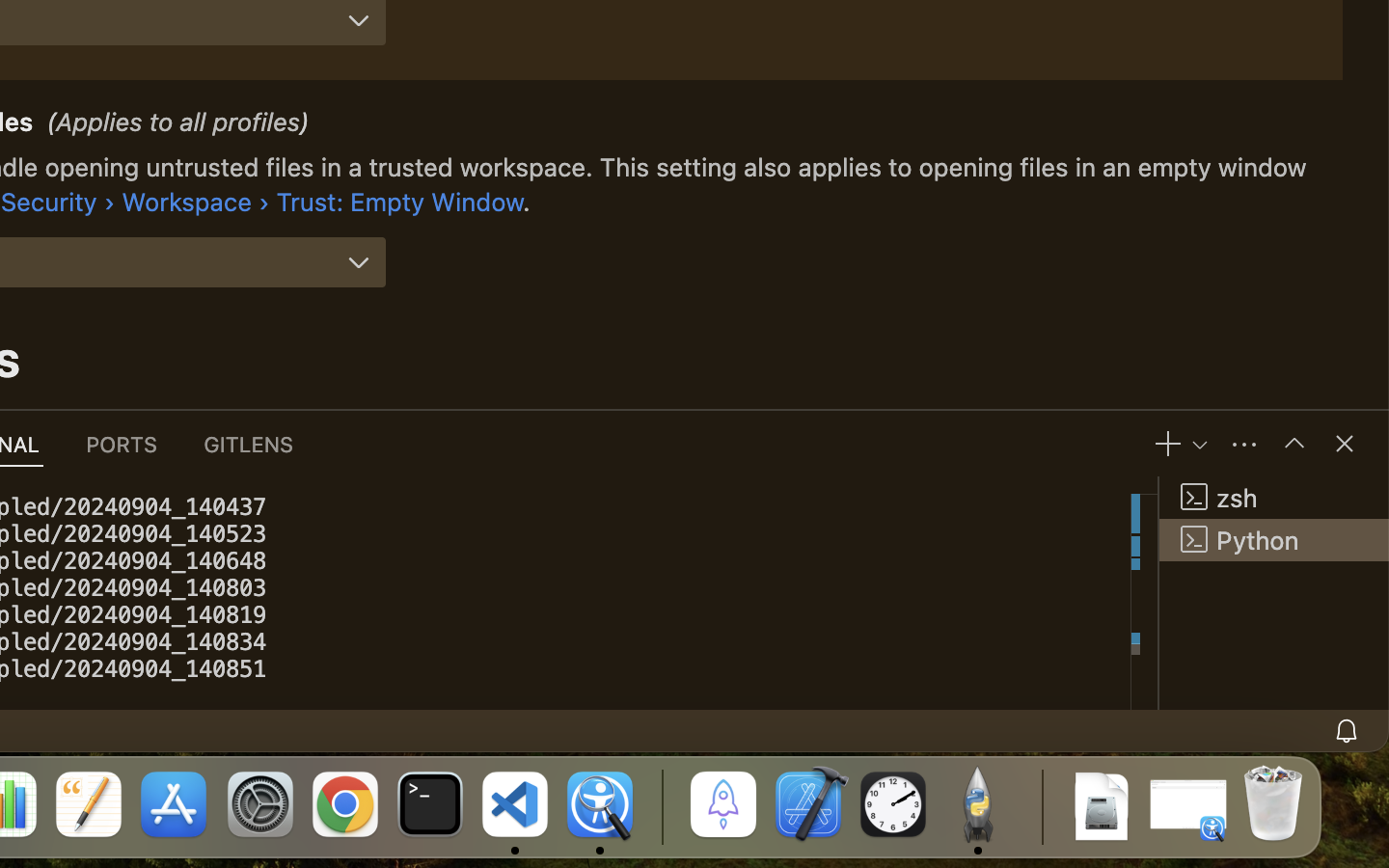  I want to click on 'Applies to all profiles', so click(178, 123).